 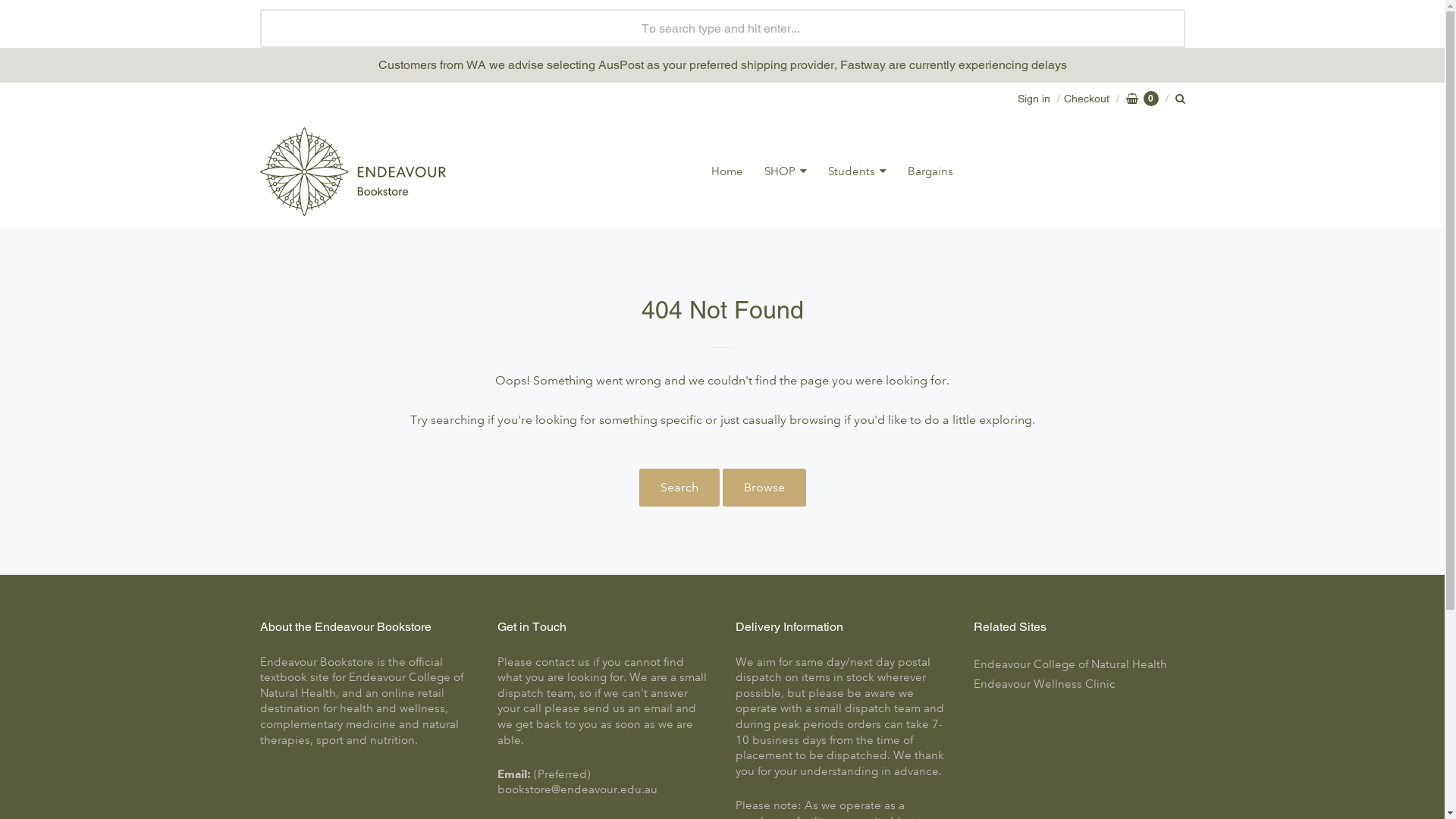 What do you see at coordinates (351, 171) in the screenshot?
I see `'Endeavour Bookstore'` at bounding box center [351, 171].